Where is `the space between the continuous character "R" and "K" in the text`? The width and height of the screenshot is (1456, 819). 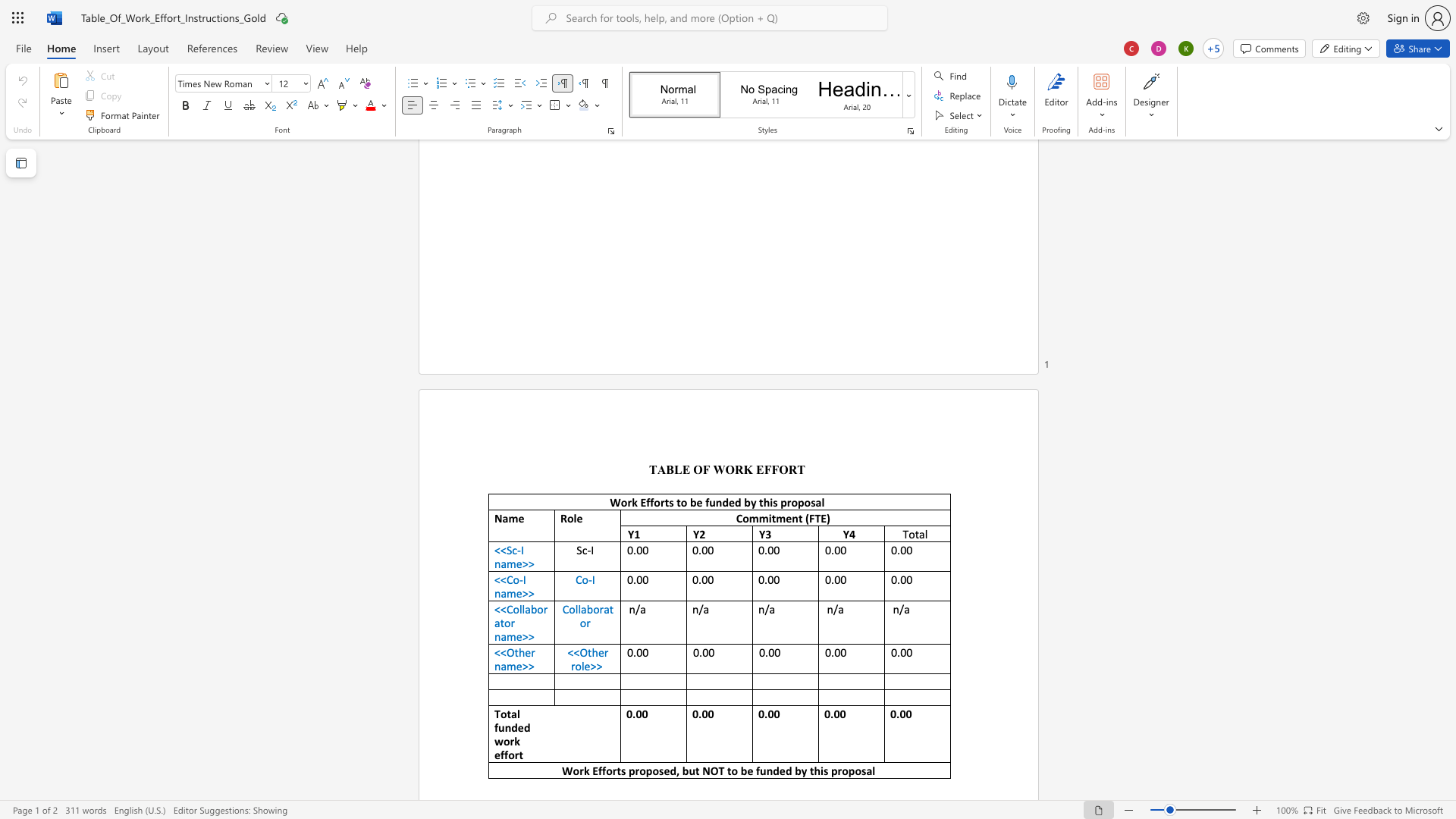
the space between the continuous character "R" and "K" in the text is located at coordinates (743, 469).